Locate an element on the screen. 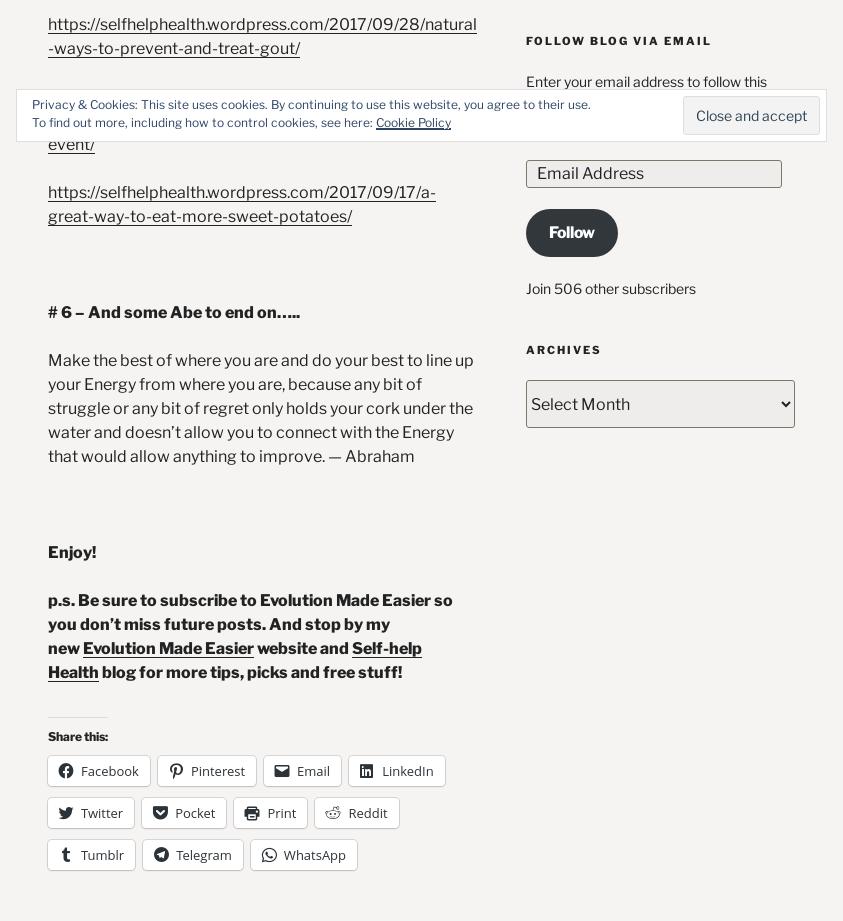 The image size is (843, 921). 'Reddit' is located at coordinates (366, 811).